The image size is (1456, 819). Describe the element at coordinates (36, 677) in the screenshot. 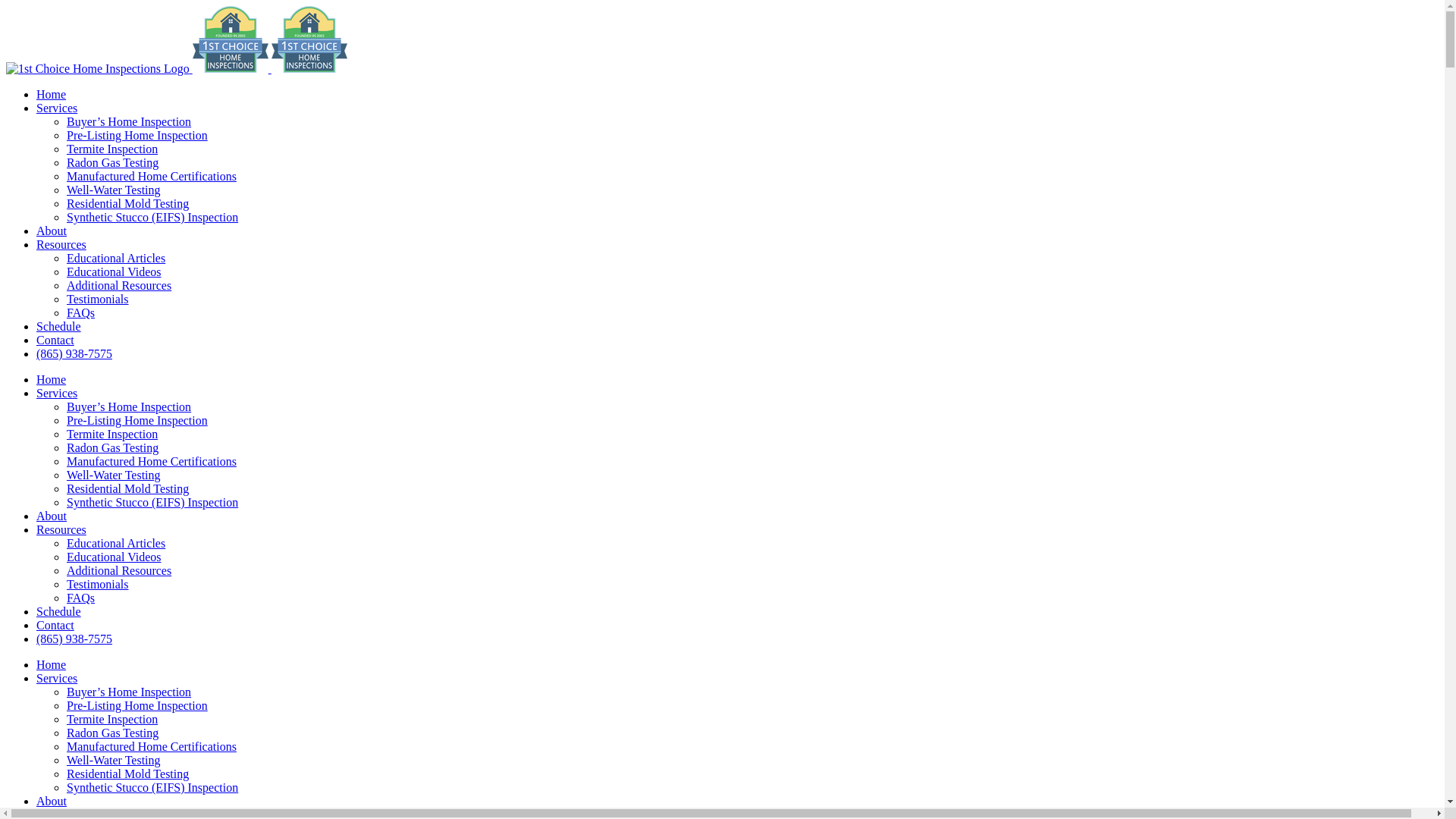

I see `'Services'` at that location.